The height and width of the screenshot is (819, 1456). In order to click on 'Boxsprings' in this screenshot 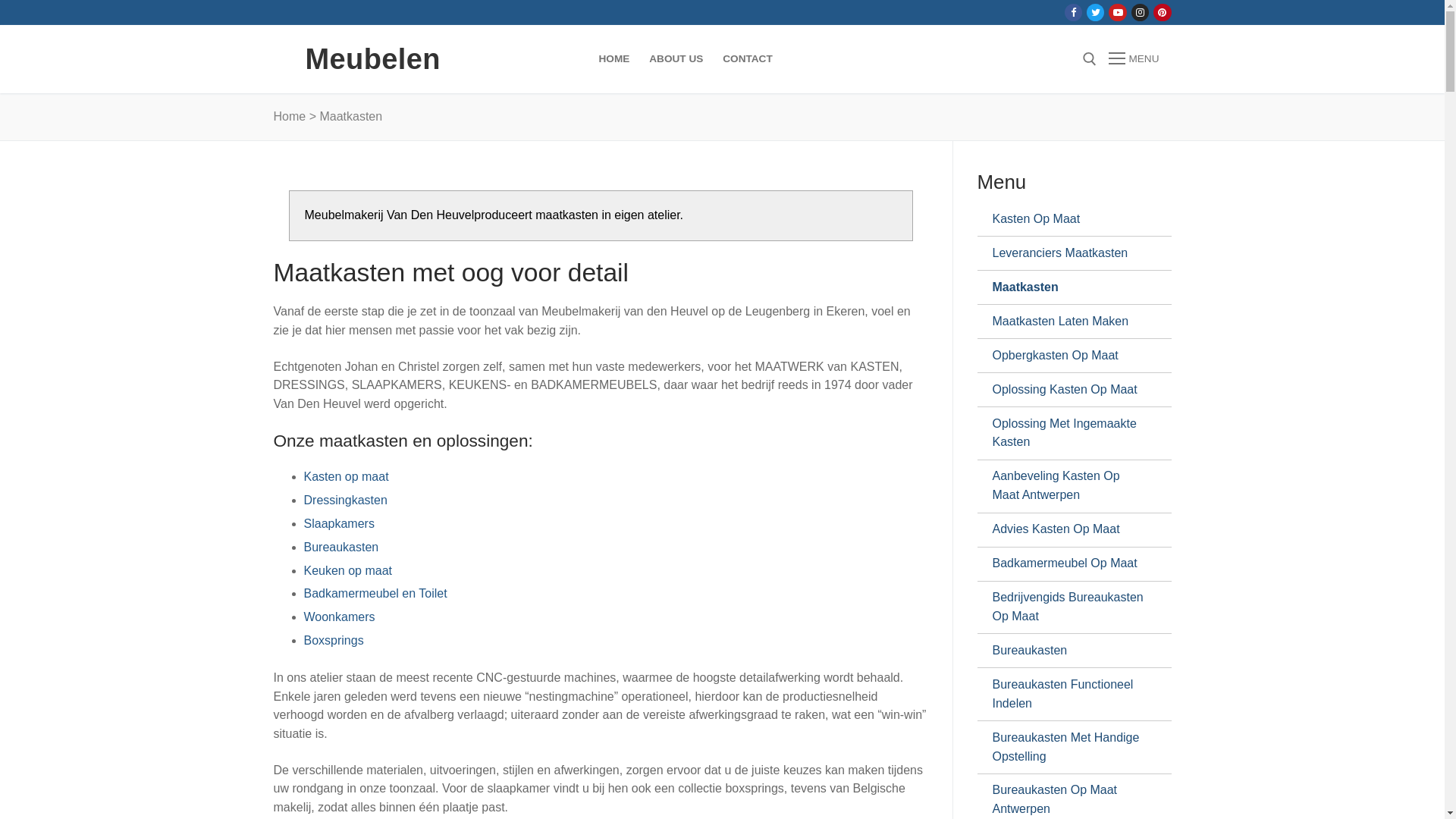, I will do `click(332, 640)`.